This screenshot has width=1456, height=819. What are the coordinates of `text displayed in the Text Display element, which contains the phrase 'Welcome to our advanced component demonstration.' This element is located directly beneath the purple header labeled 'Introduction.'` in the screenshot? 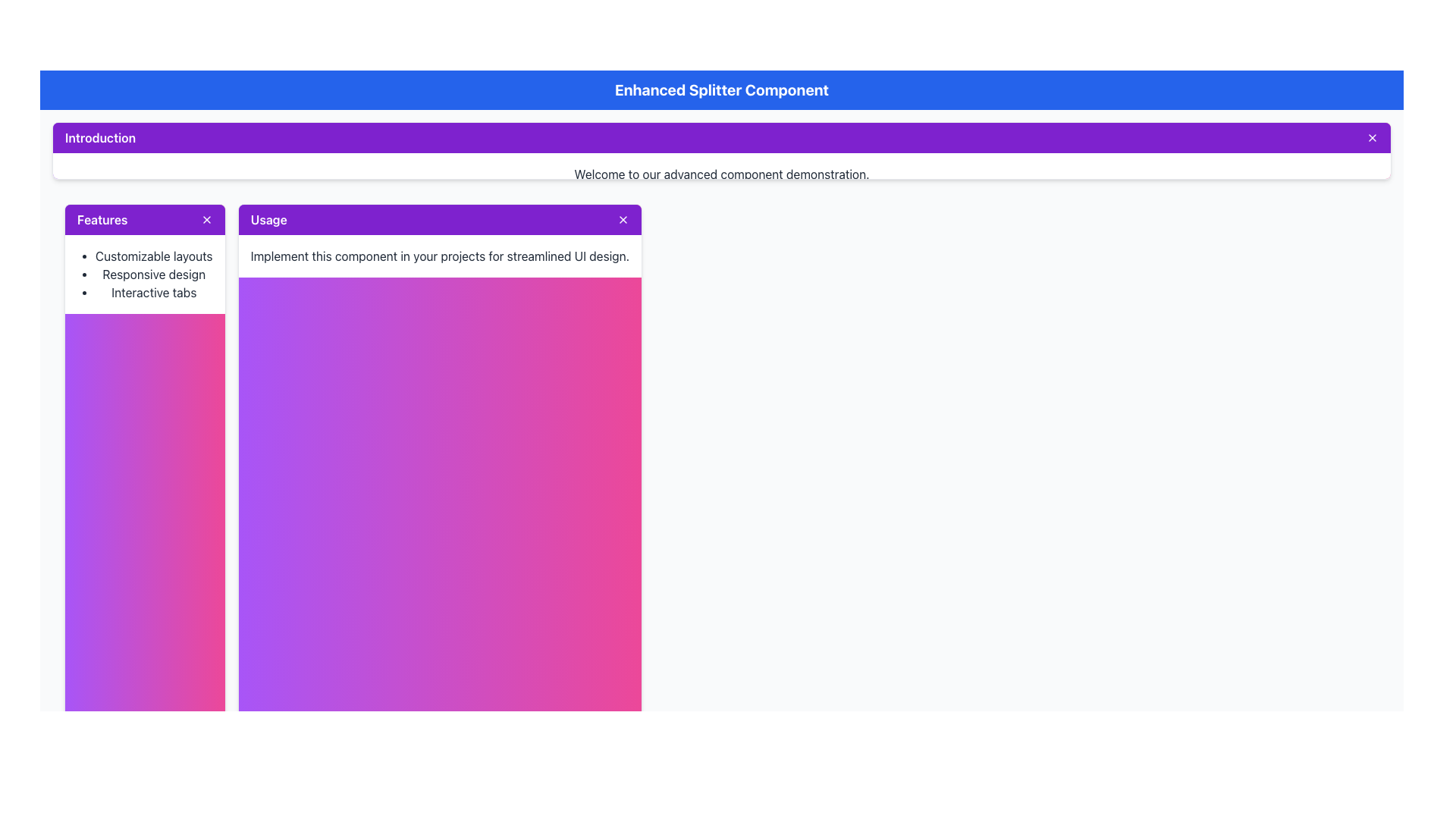 It's located at (720, 174).